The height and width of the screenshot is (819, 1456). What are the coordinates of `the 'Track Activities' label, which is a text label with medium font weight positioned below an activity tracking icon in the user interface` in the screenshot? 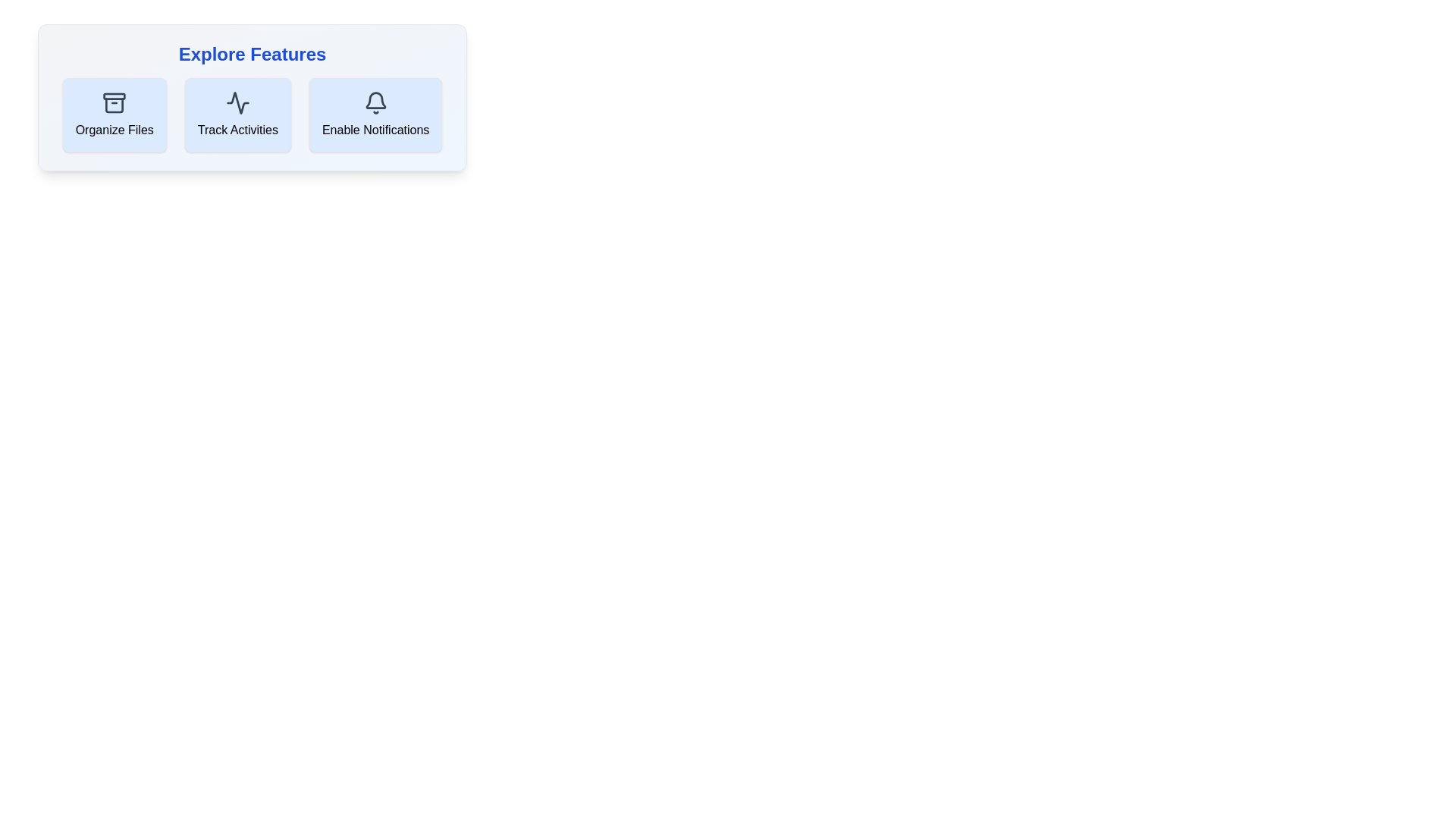 It's located at (237, 130).